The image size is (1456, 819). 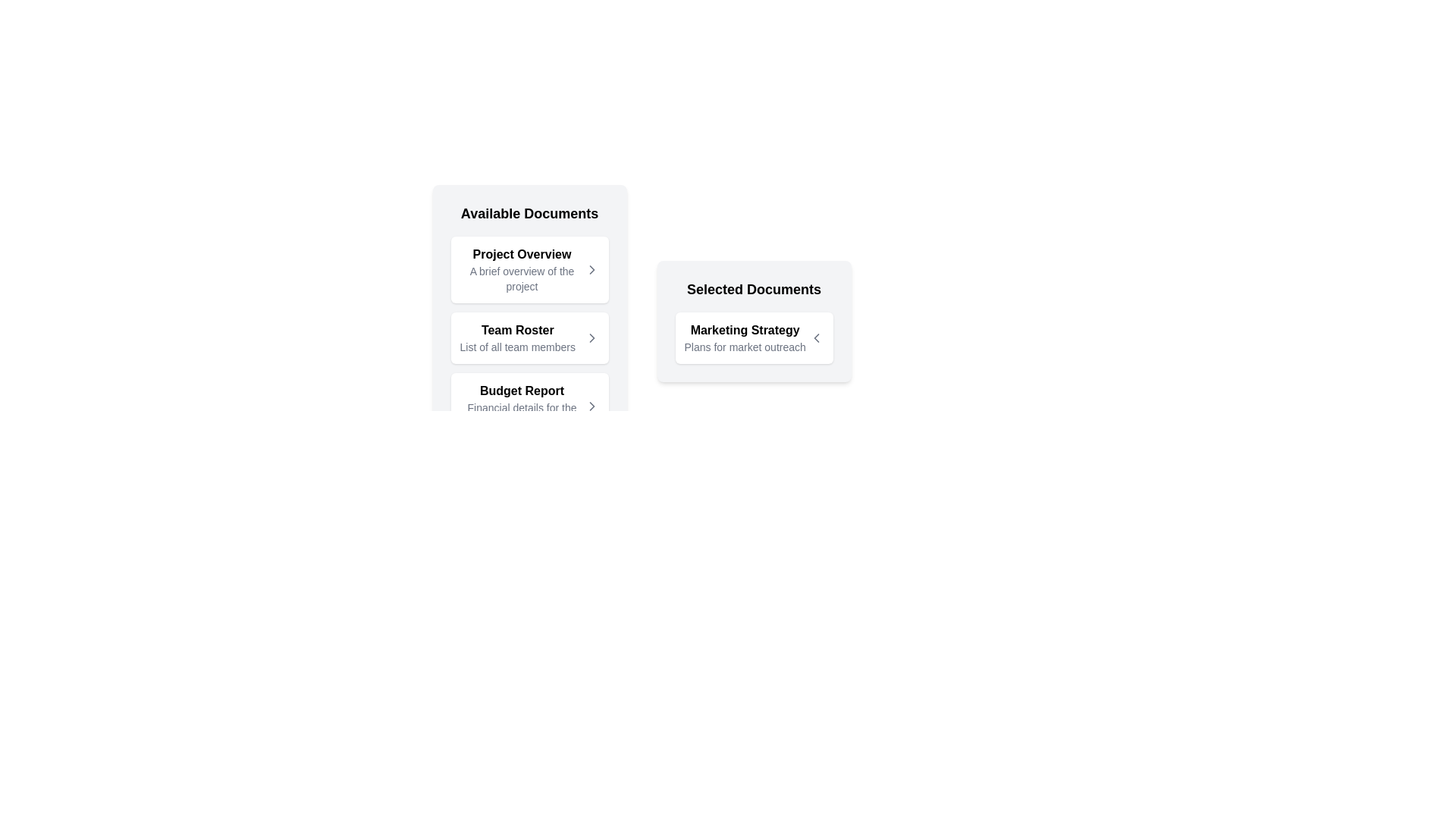 I want to click on the arrow button next to the document Marketing Strategy to view its details, so click(x=815, y=337).